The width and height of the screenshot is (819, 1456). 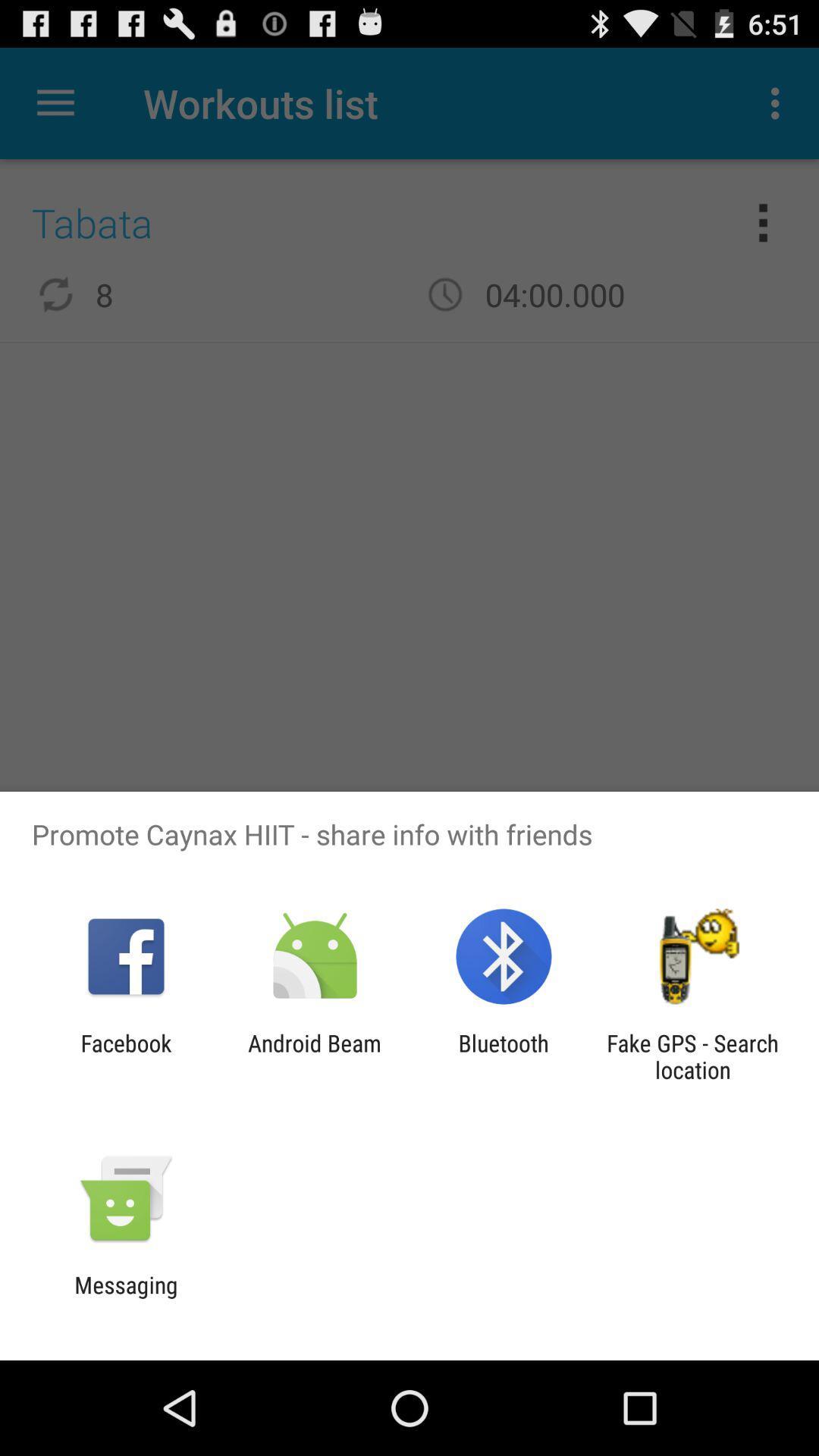 What do you see at coordinates (314, 1056) in the screenshot?
I see `the android beam item` at bounding box center [314, 1056].